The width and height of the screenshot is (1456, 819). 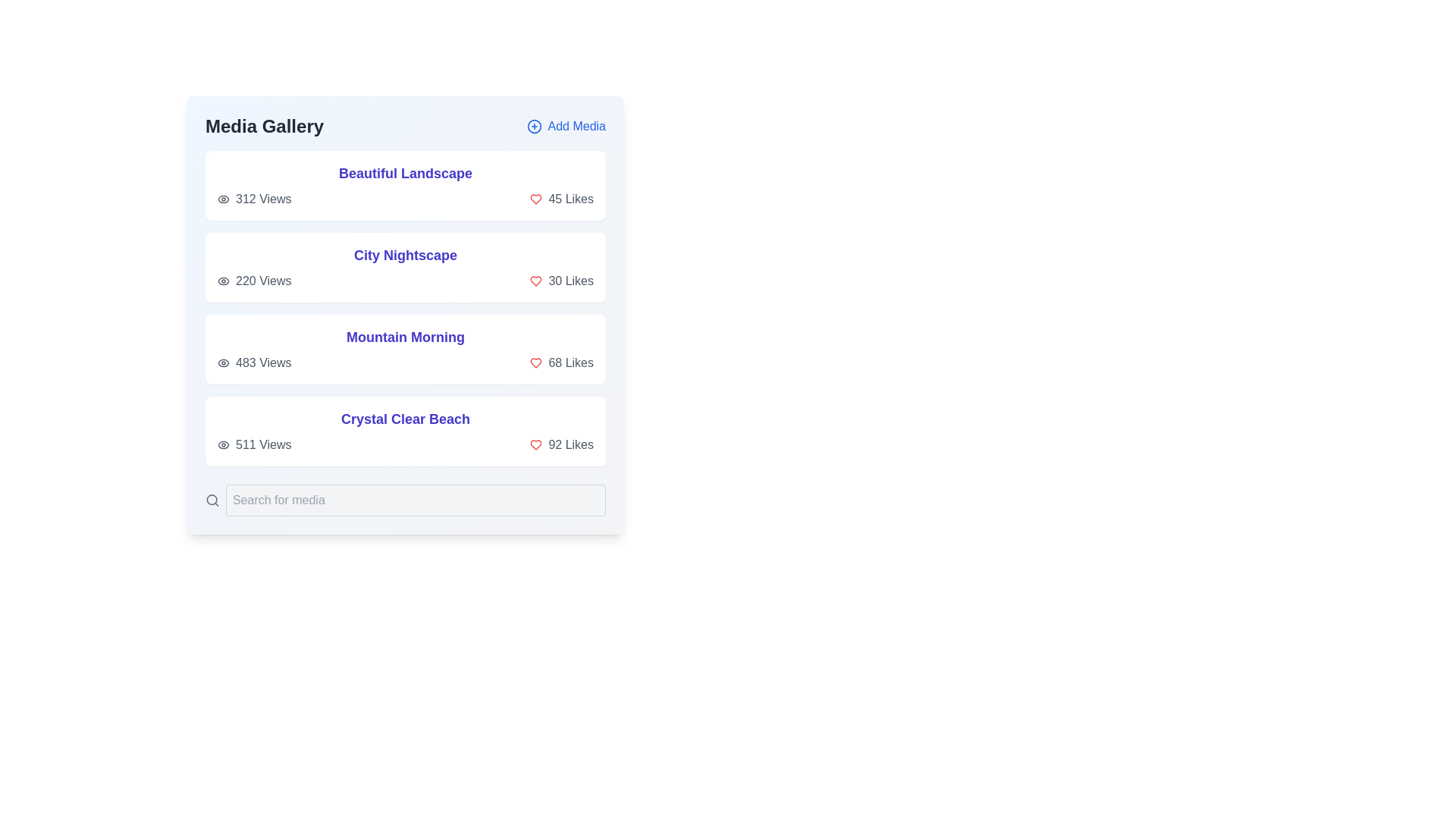 I want to click on the title of the media item Beautiful Landscape, so click(x=405, y=172).